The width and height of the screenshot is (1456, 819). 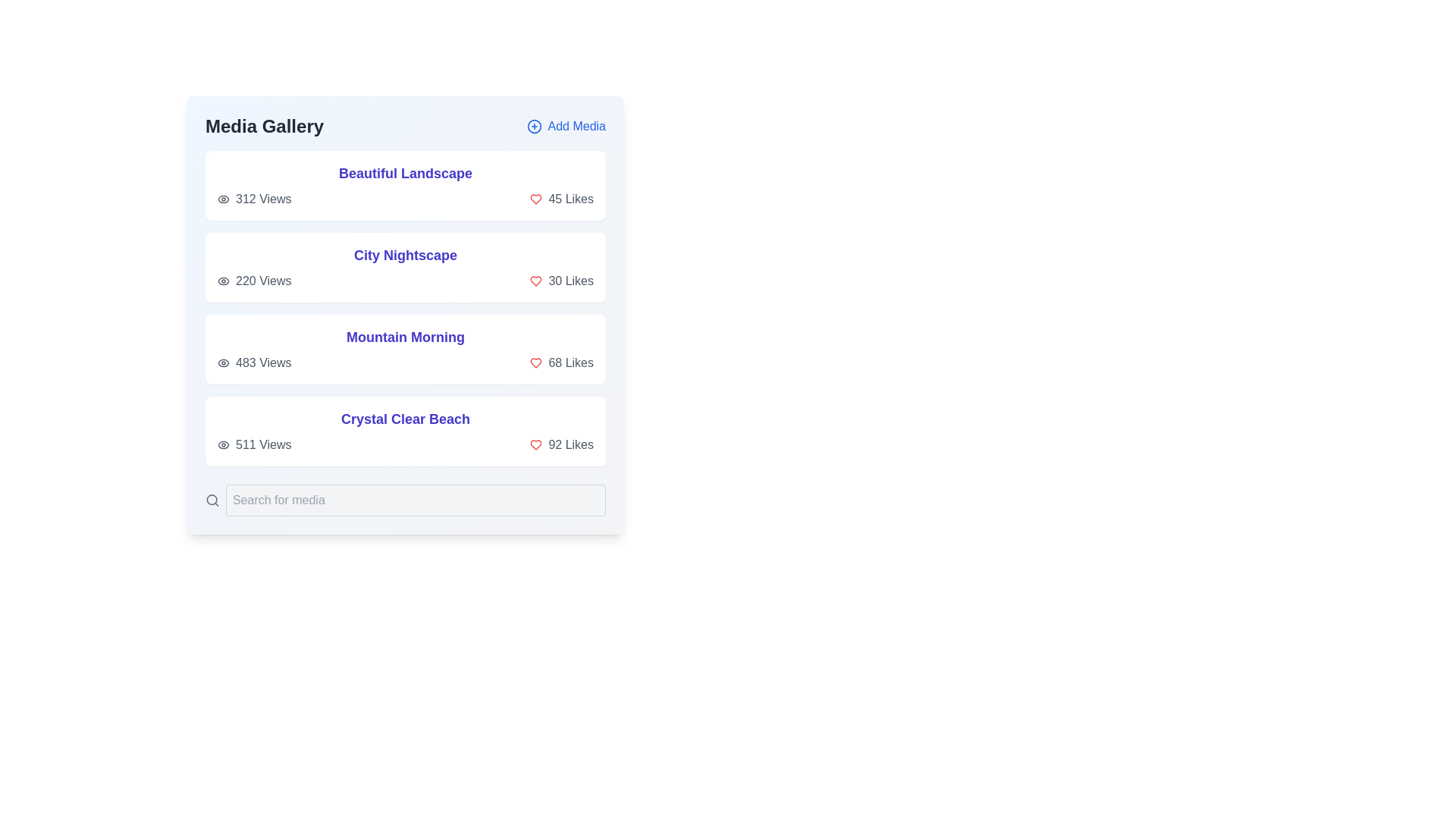 I want to click on the title of the media item Beautiful Landscape, so click(x=405, y=172).